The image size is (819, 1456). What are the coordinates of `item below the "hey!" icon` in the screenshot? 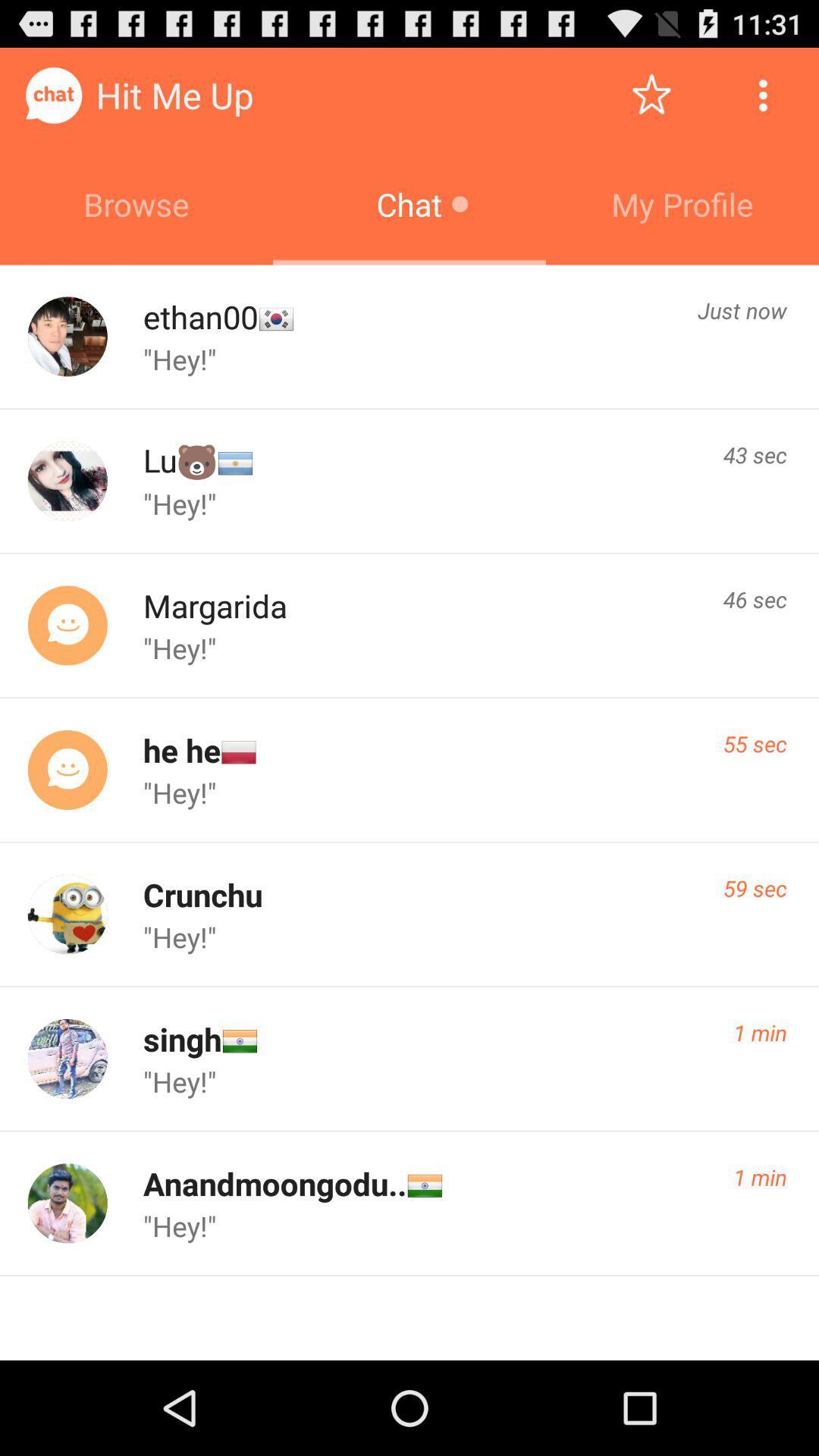 It's located at (202, 894).